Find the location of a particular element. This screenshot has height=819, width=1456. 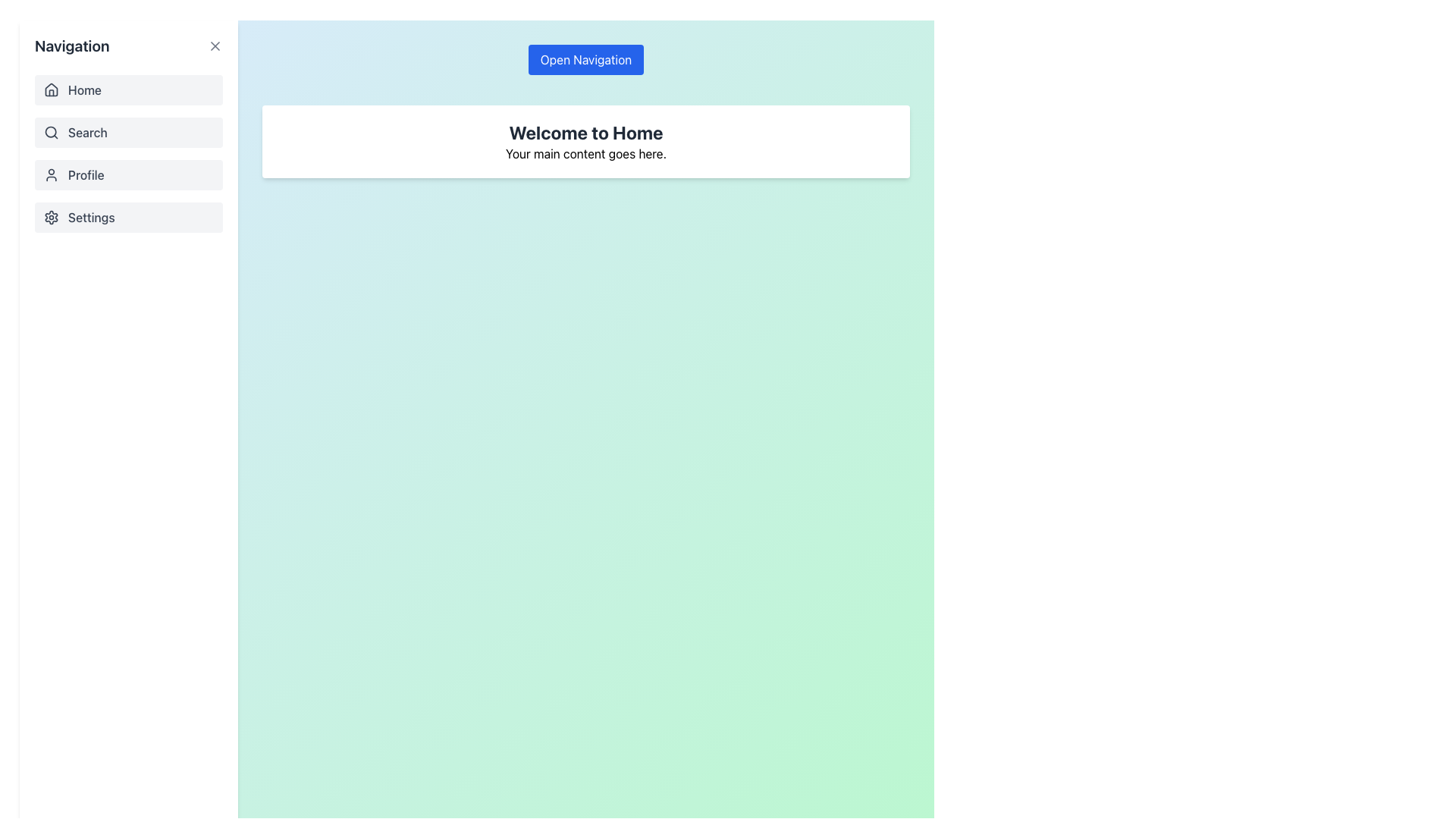

the text displaying 'Your main content goes here.' located below the heading 'Welcome to Home' in a prominent white card is located at coordinates (585, 154).